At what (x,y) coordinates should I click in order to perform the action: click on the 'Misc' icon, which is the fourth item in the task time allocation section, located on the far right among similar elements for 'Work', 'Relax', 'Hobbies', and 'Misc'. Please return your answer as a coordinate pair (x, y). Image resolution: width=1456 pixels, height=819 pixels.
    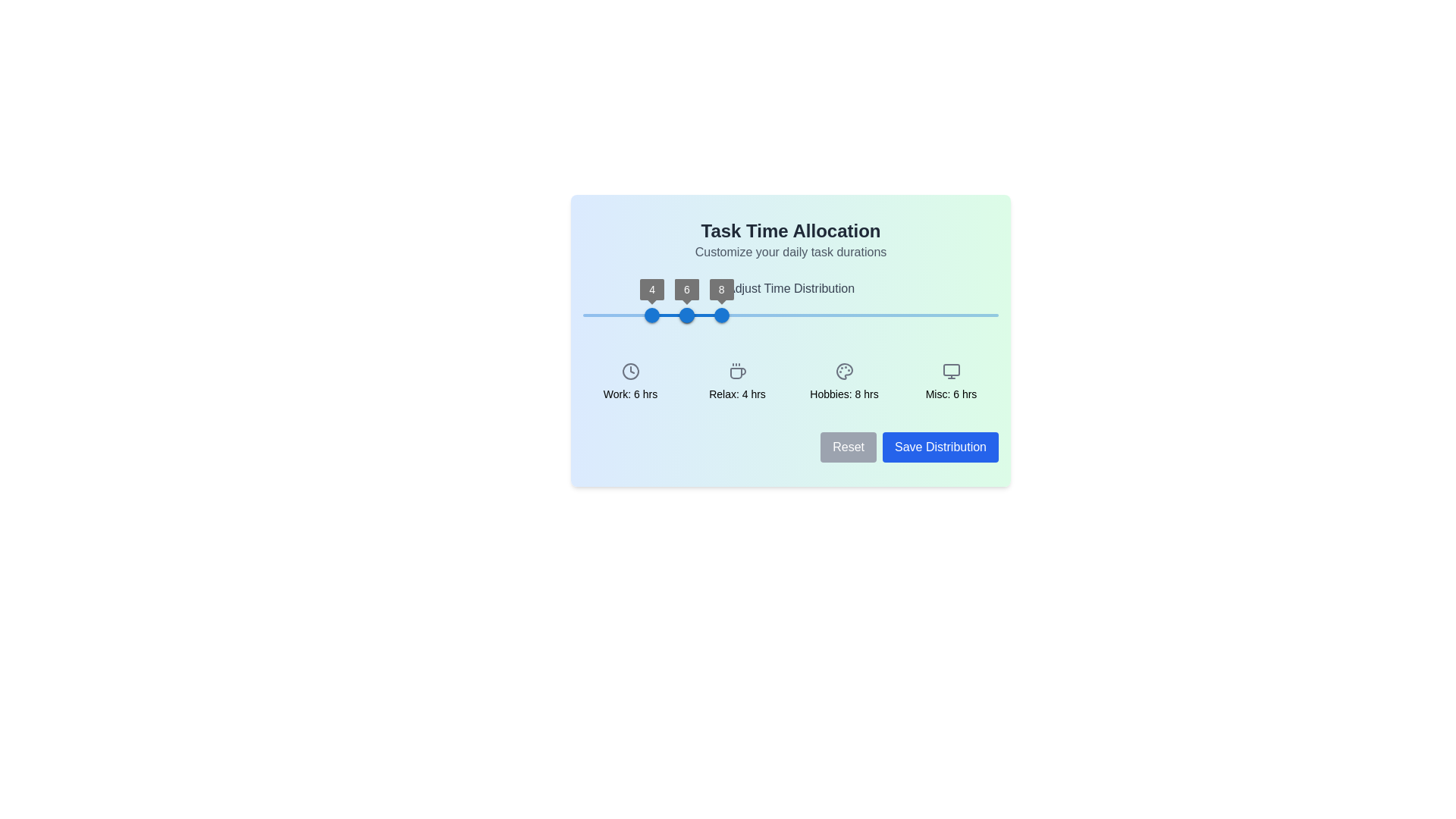
    Looking at the image, I should click on (950, 371).